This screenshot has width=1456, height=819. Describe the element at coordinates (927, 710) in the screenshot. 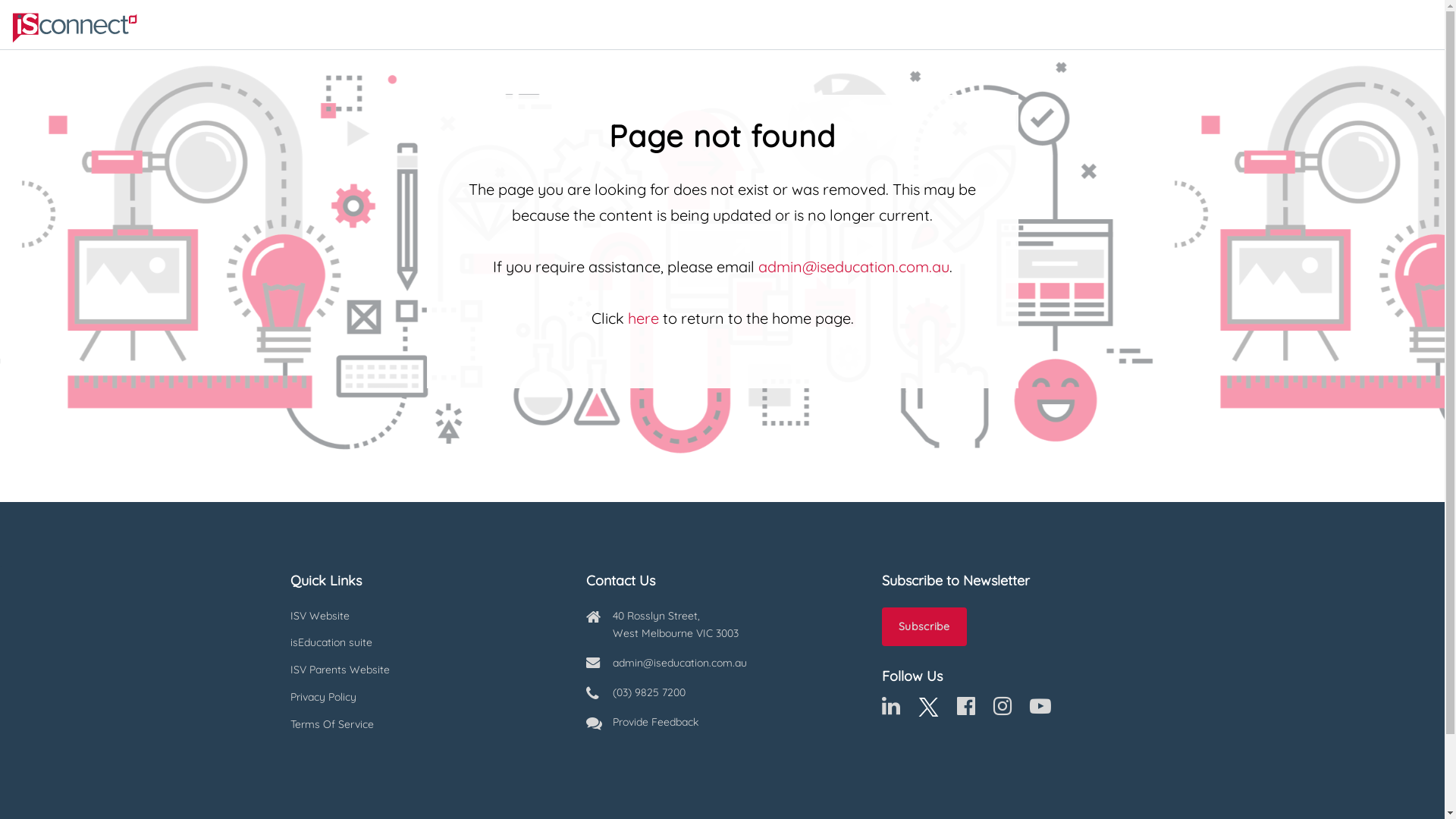

I see `'ISV Twitter'` at that location.